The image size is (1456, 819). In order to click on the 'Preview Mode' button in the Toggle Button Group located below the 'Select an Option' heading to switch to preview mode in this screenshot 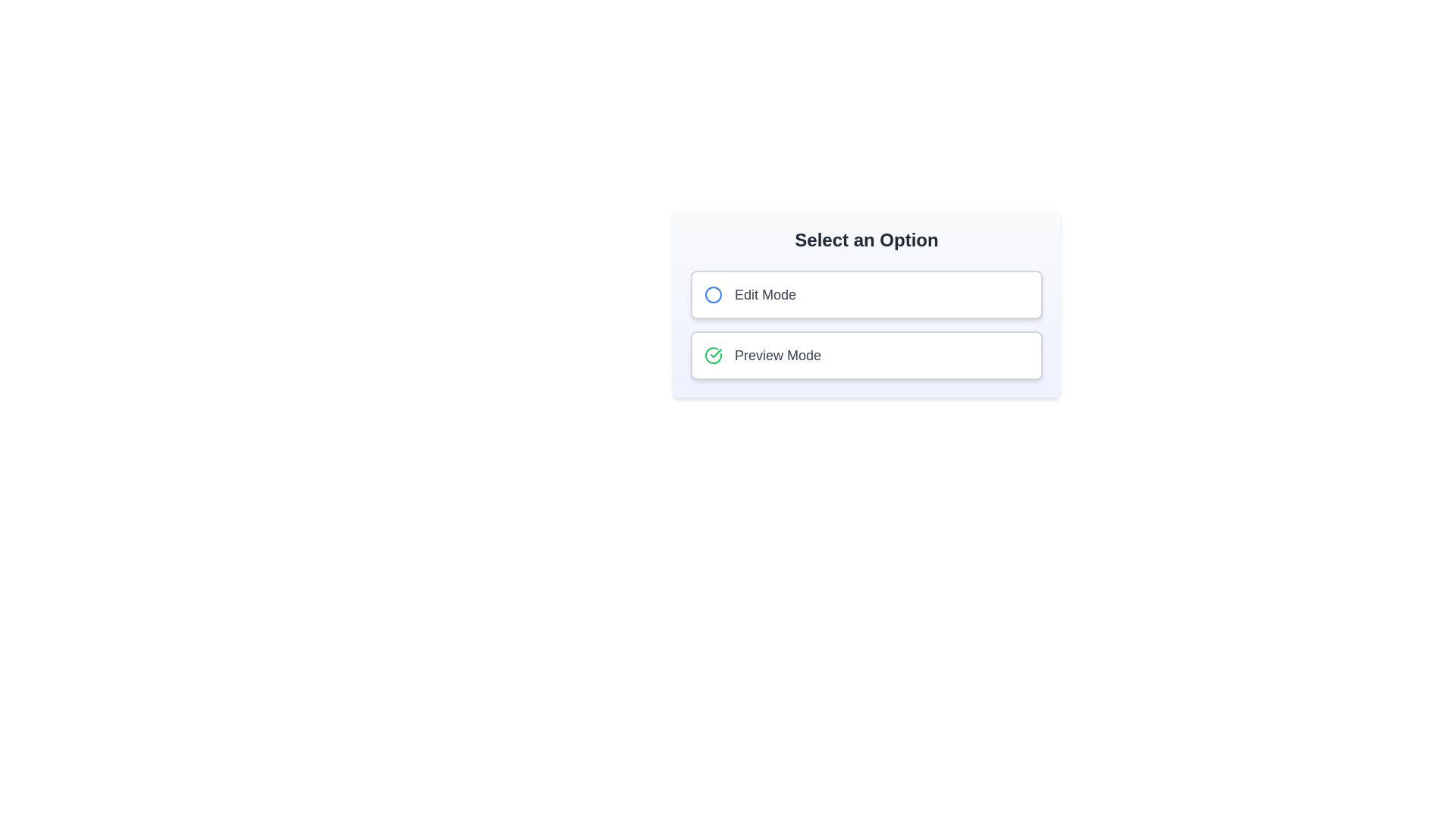, I will do `click(866, 324)`.